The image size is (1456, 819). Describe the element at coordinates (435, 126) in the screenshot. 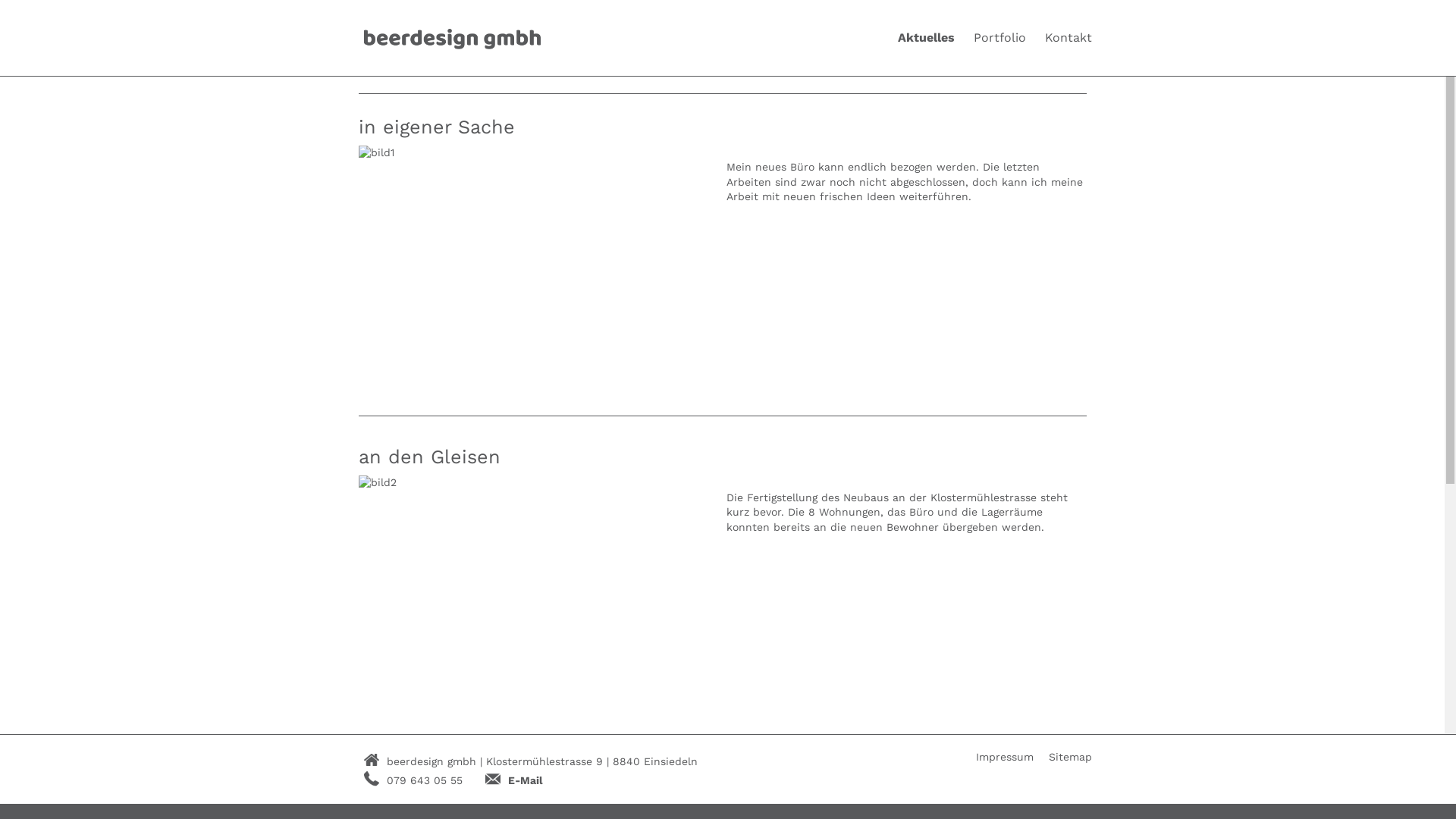

I see `'in eigener Sache'` at that location.